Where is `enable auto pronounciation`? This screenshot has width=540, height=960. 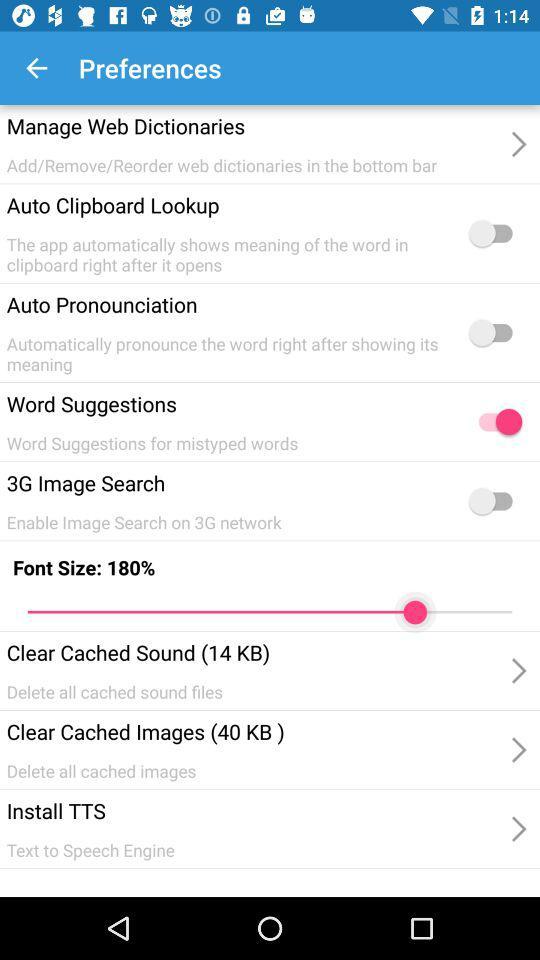
enable auto pronounciation is located at coordinates (494, 332).